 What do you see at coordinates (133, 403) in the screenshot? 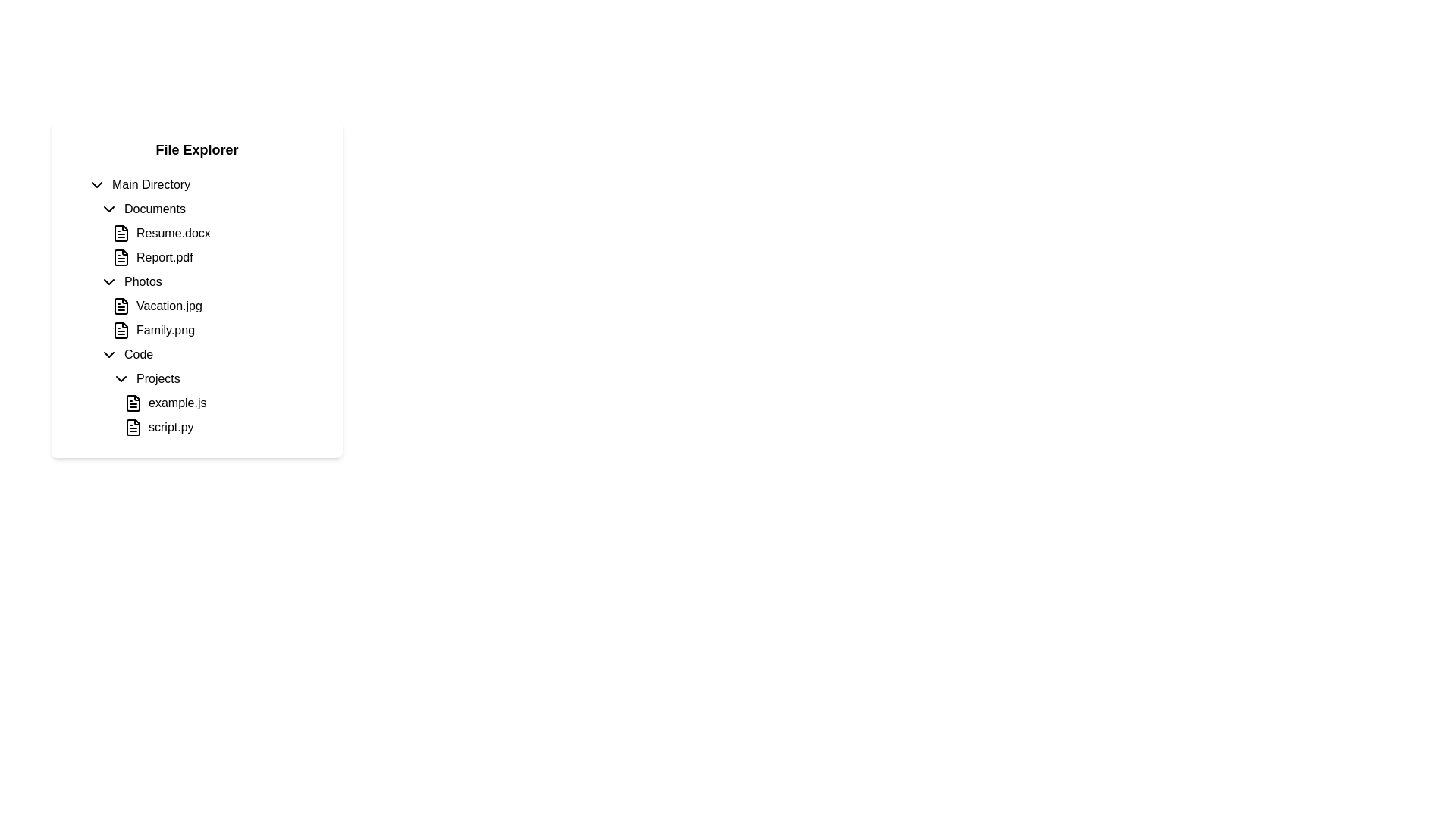
I see `the black file icon styled as a document, located to the left of the file name 'example.js' under the 'Projects' subsection of the 'Code' directory in the file explorer` at bounding box center [133, 403].